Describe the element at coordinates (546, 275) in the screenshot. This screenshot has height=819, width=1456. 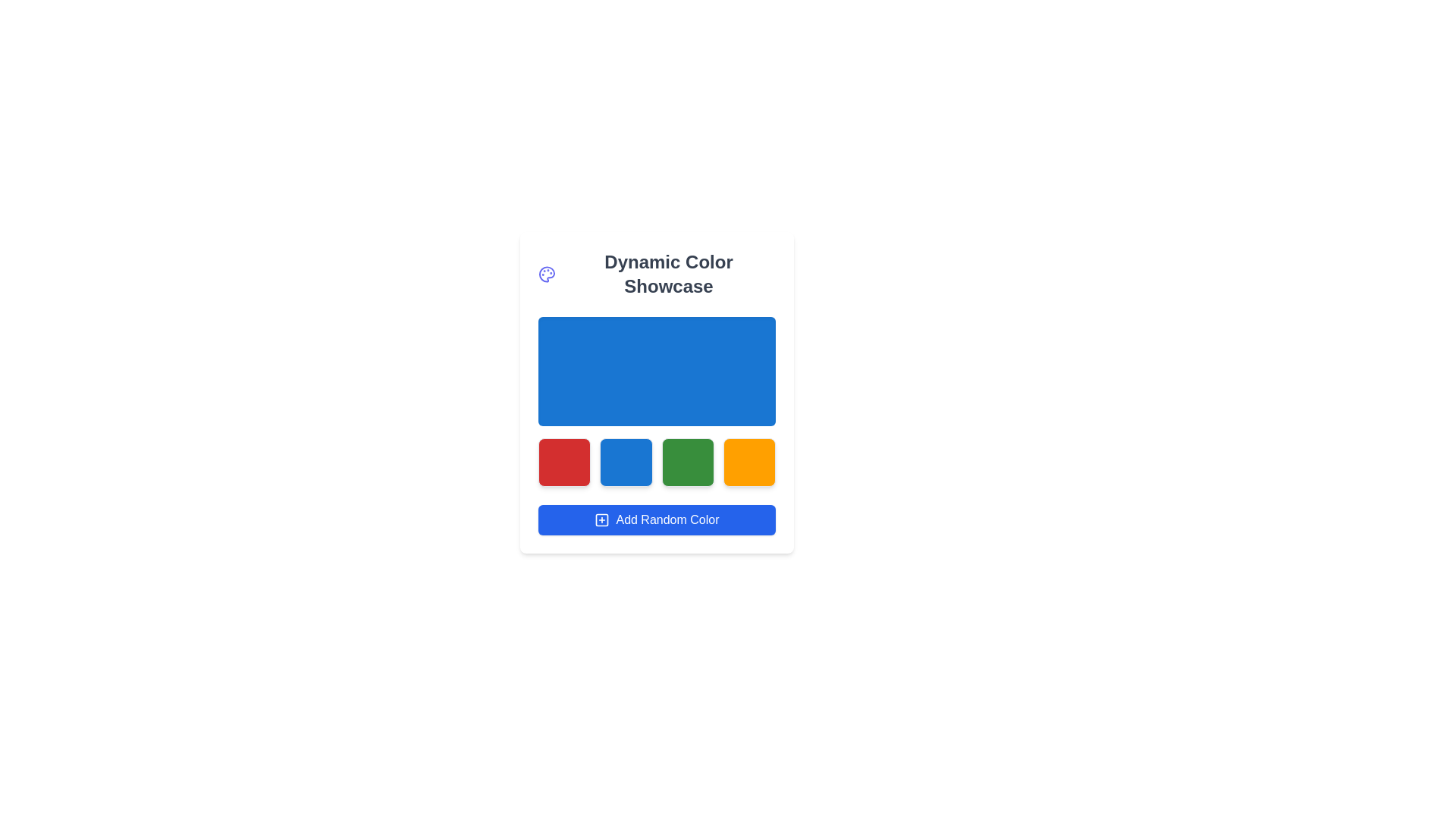
I see `the SVG icon resembling a palette, located to the left of the heading text 'Dynamic Color Showcase' in the upper section of the interface card` at that location.